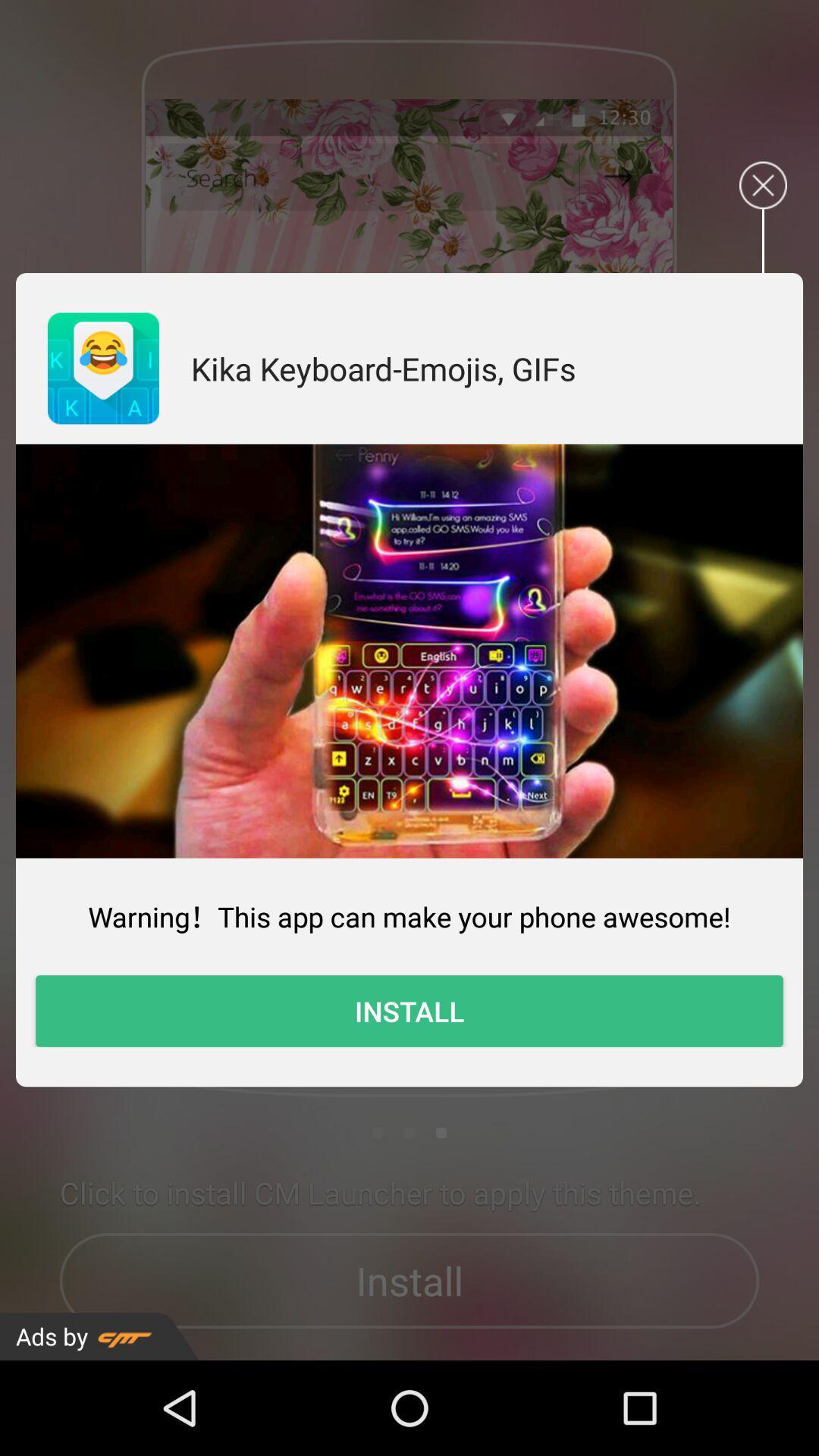 The image size is (819, 1456). I want to click on kika keyboard emojis, so click(382, 368).